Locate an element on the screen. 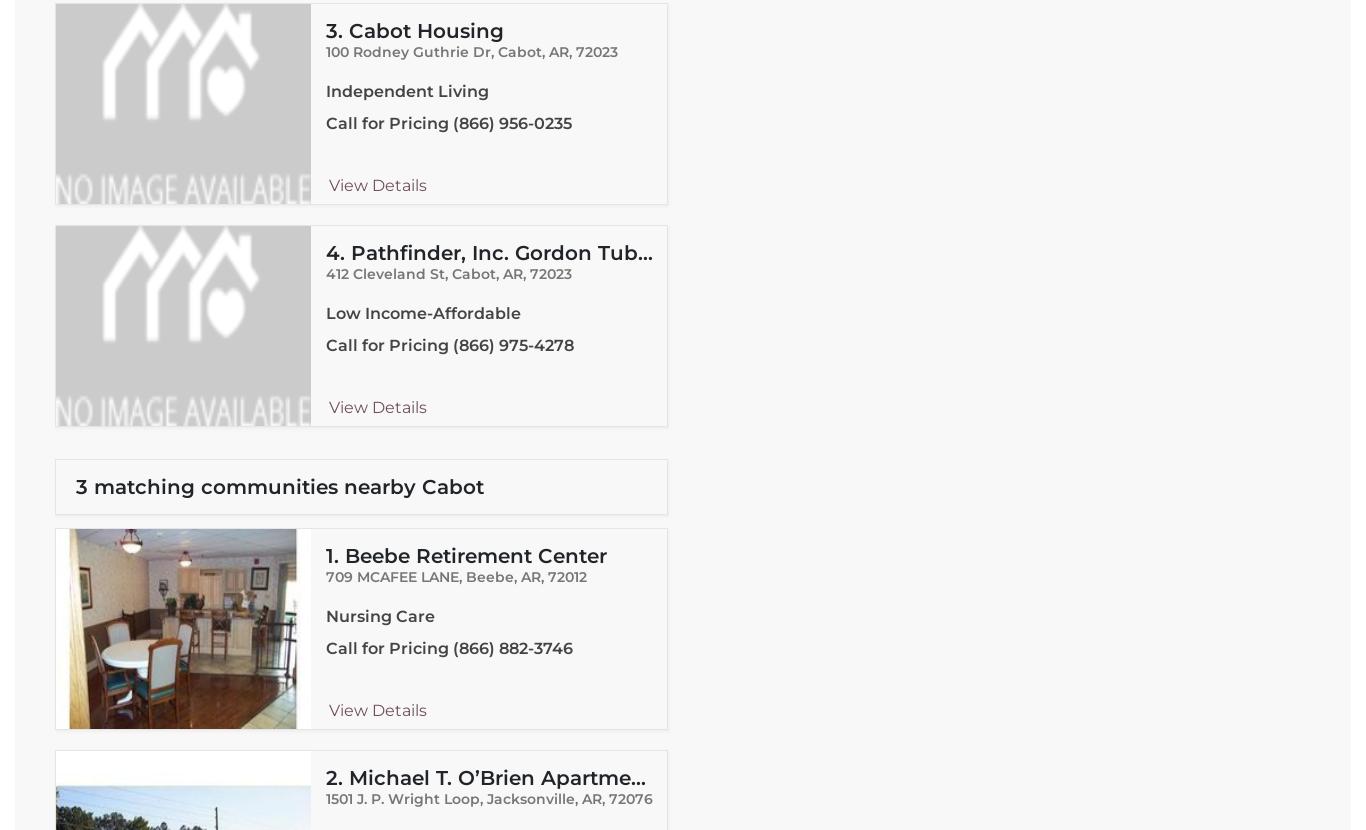 The height and width of the screenshot is (830, 1366). 'Beebe' is located at coordinates (489, 576).